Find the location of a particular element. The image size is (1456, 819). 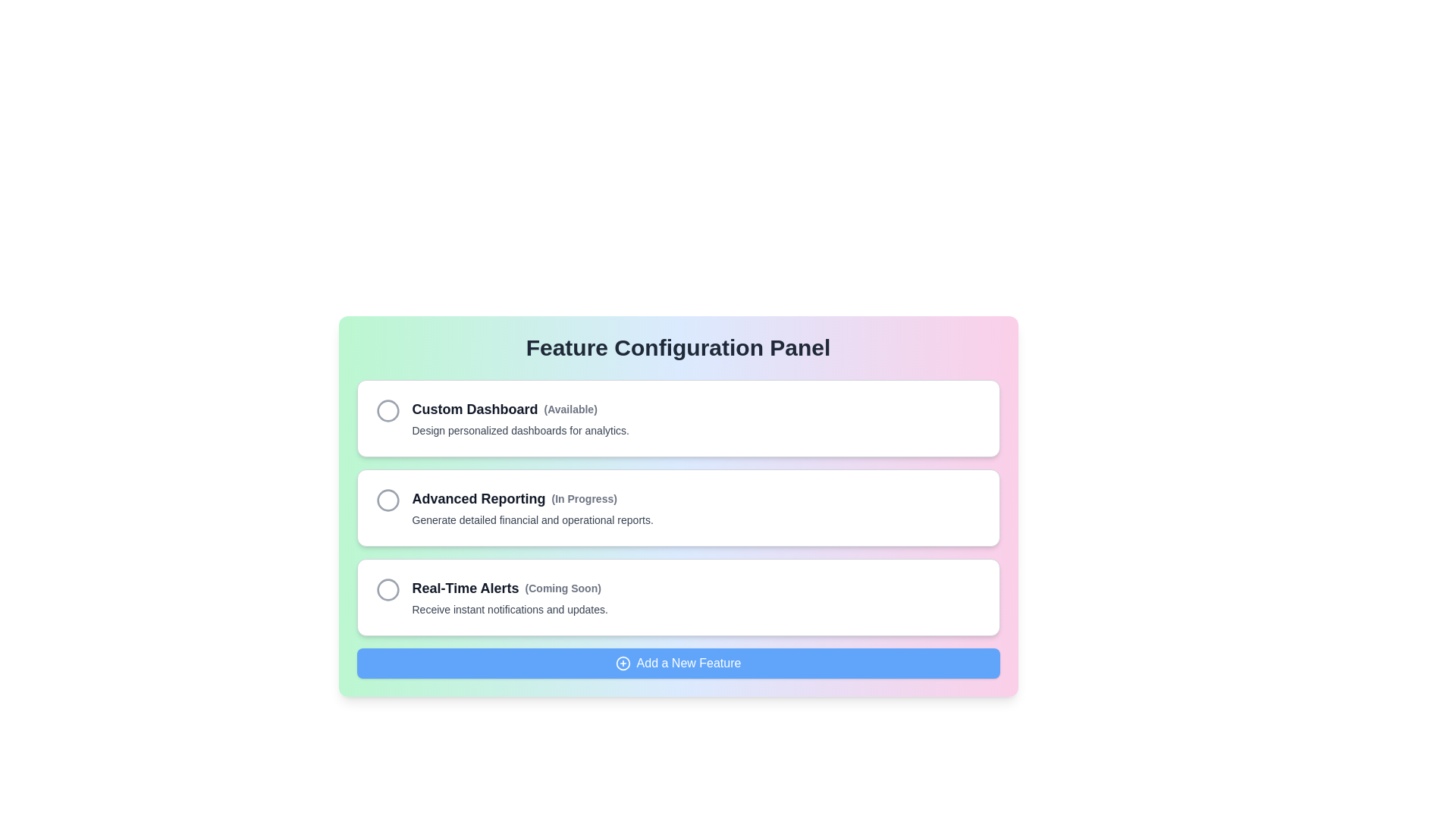

the static text label indicating that the associated feature is not yet available, located to the right of 'Real-Time Alerts' in the third feature option segment of the feature configuration panel is located at coordinates (562, 587).